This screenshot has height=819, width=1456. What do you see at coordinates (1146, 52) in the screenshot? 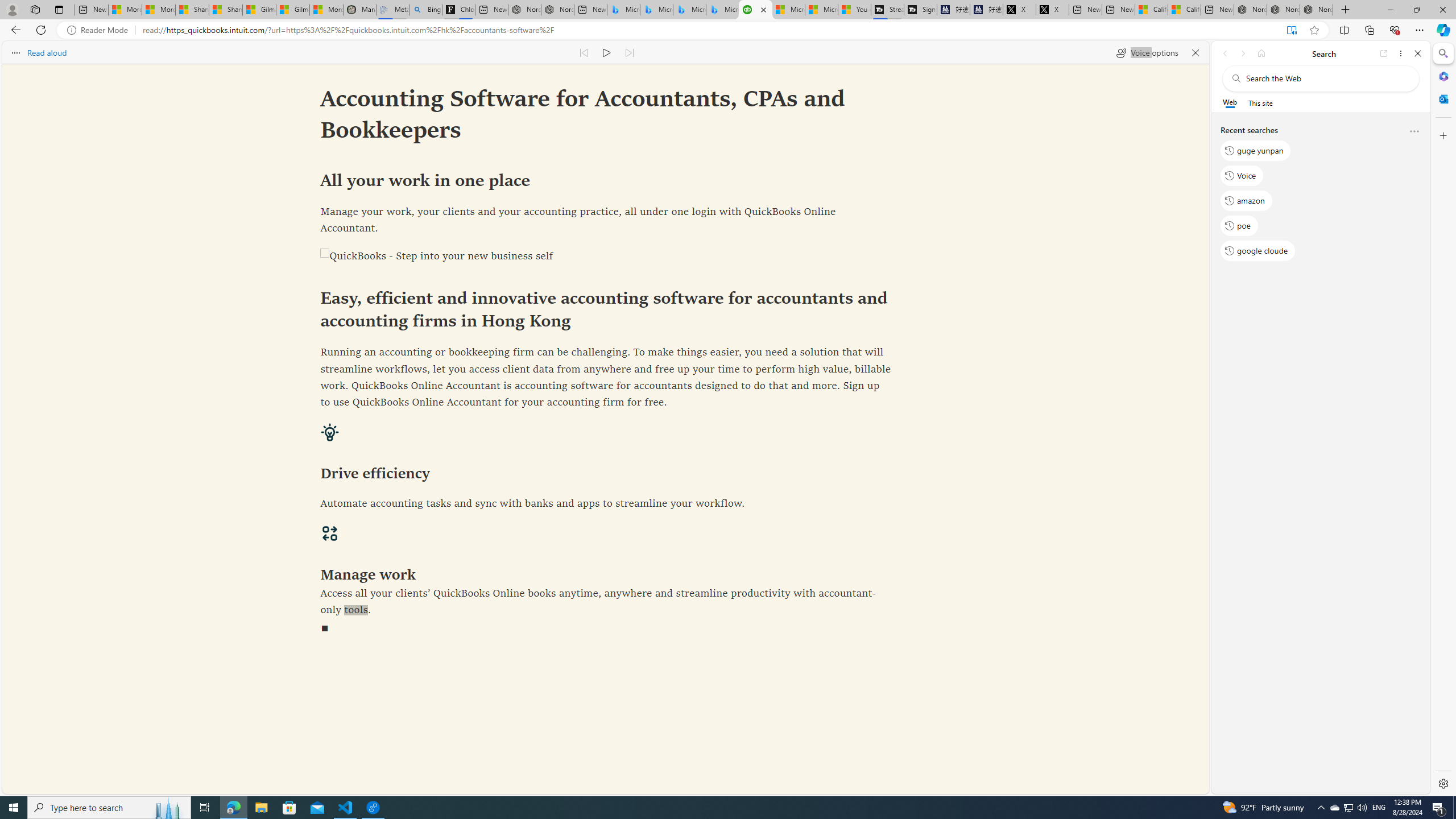
I see `'Voice options'` at bounding box center [1146, 52].